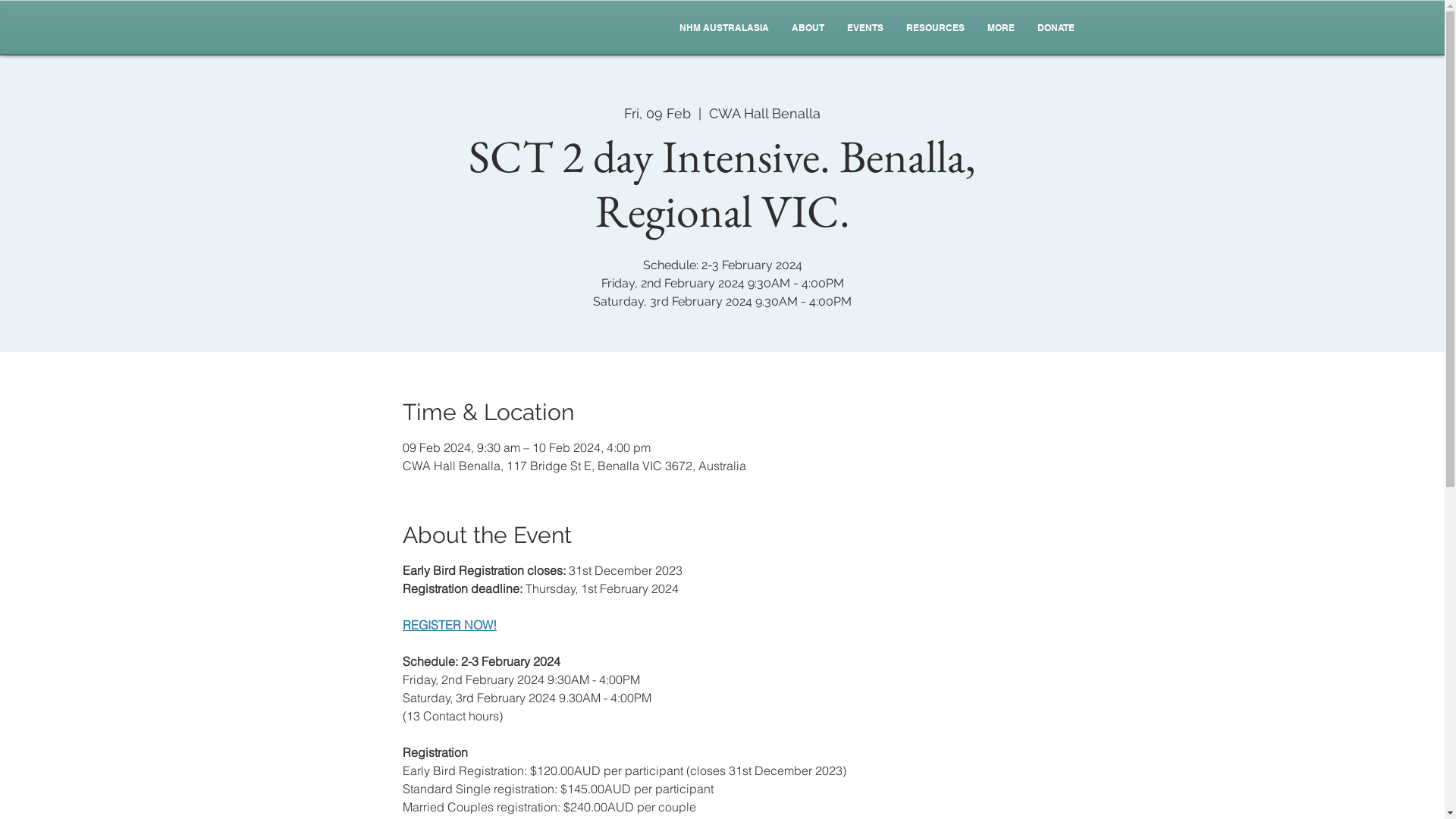 The height and width of the screenshot is (819, 1456). Describe the element at coordinates (779, 28) in the screenshot. I see `'ABOUT'` at that location.